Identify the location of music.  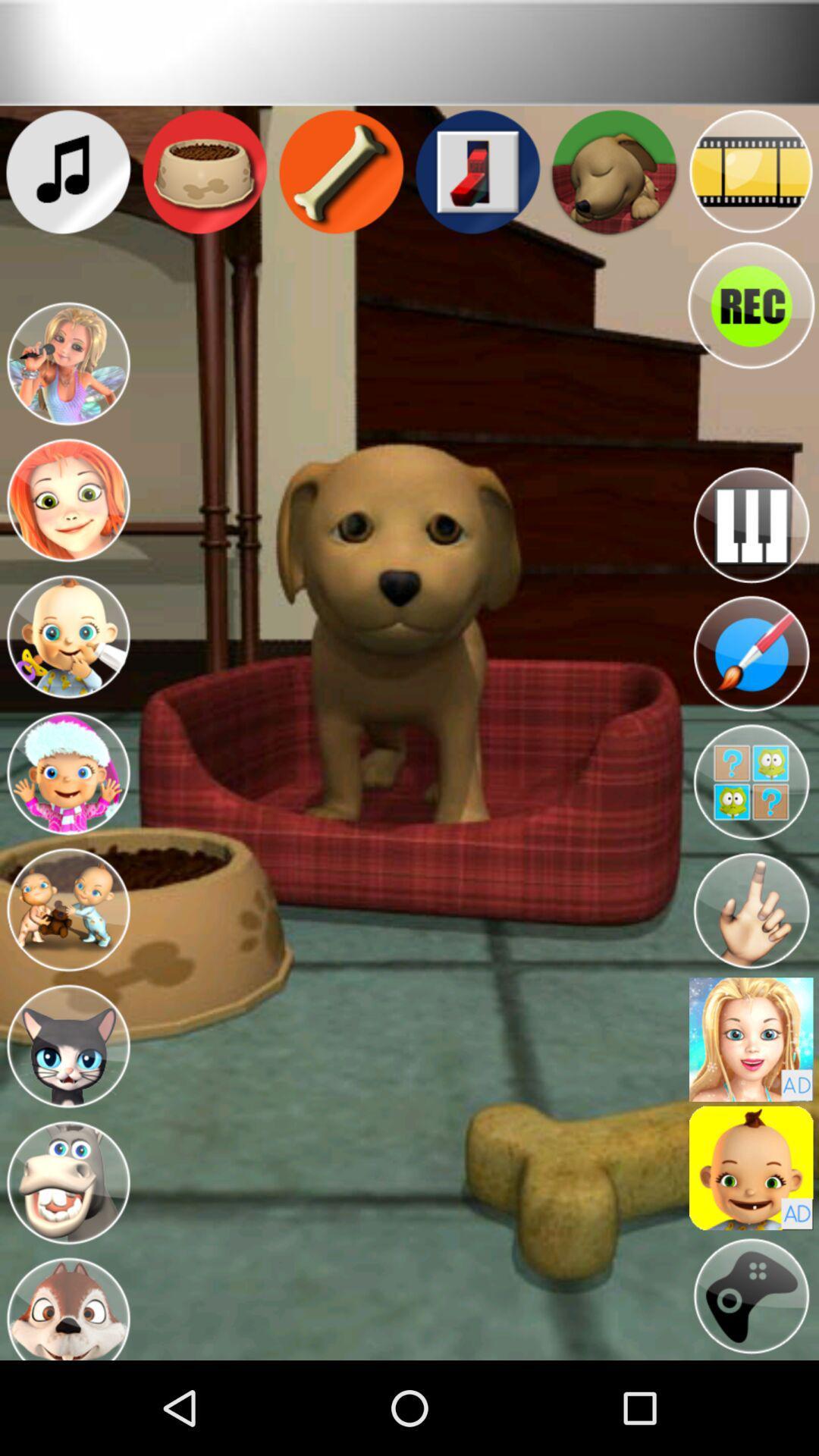
(751, 525).